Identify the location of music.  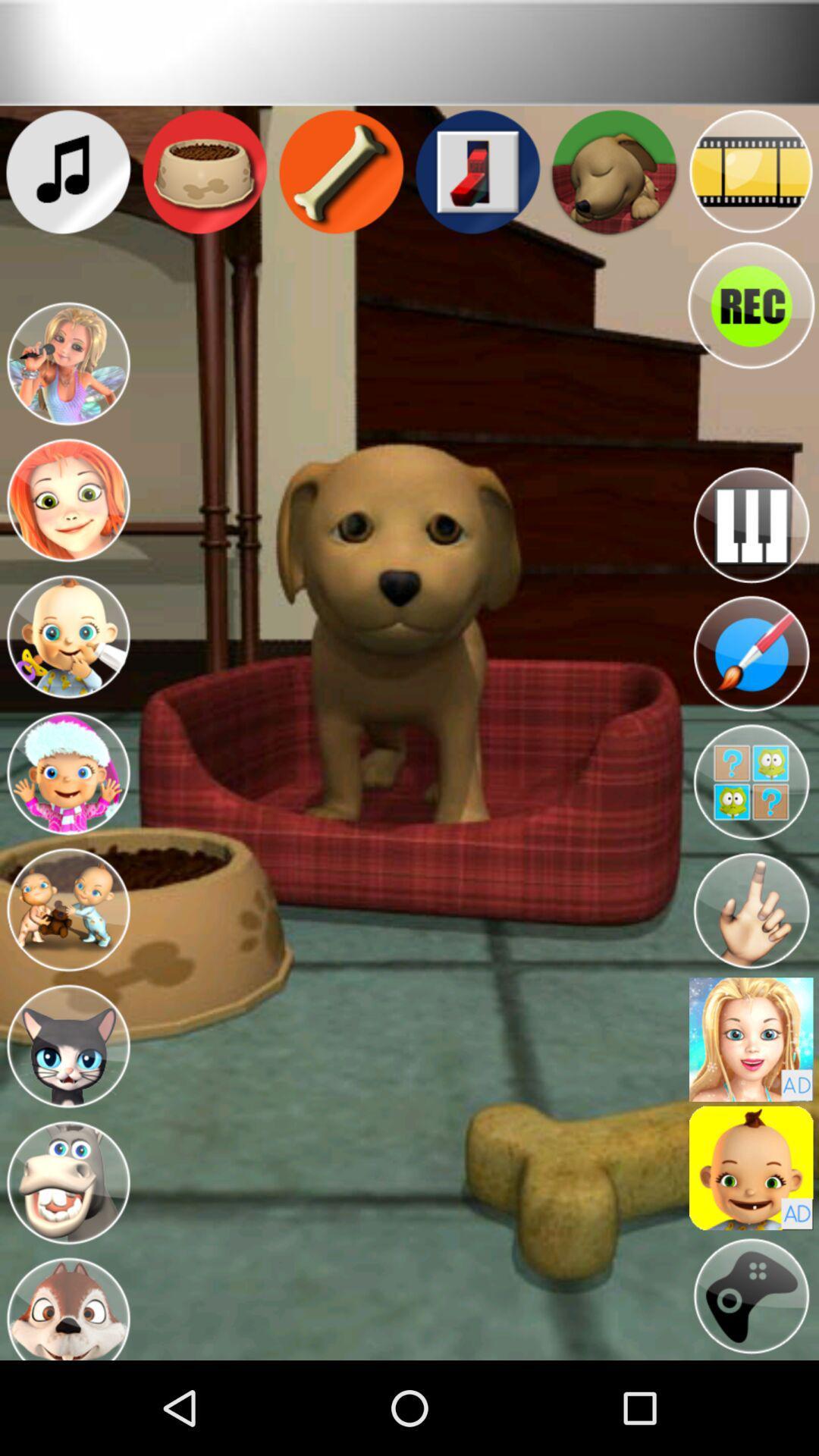
(751, 525).